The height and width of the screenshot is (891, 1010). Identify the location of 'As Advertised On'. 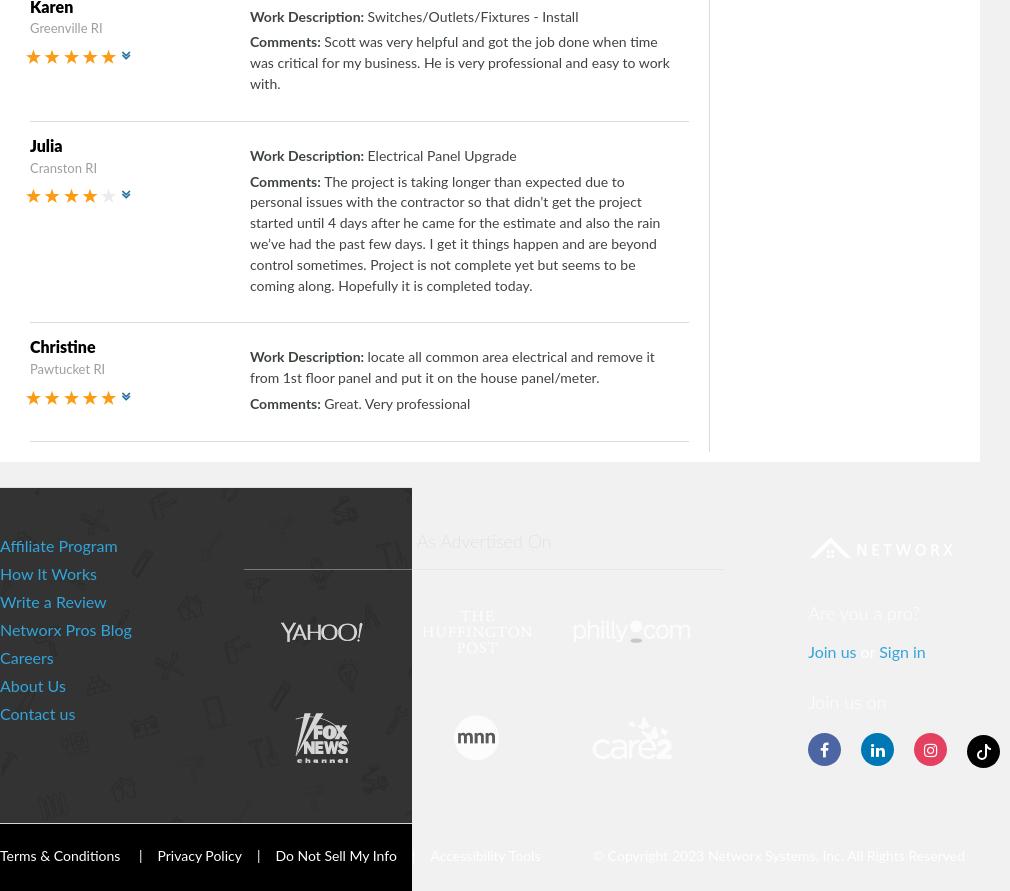
(483, 541).